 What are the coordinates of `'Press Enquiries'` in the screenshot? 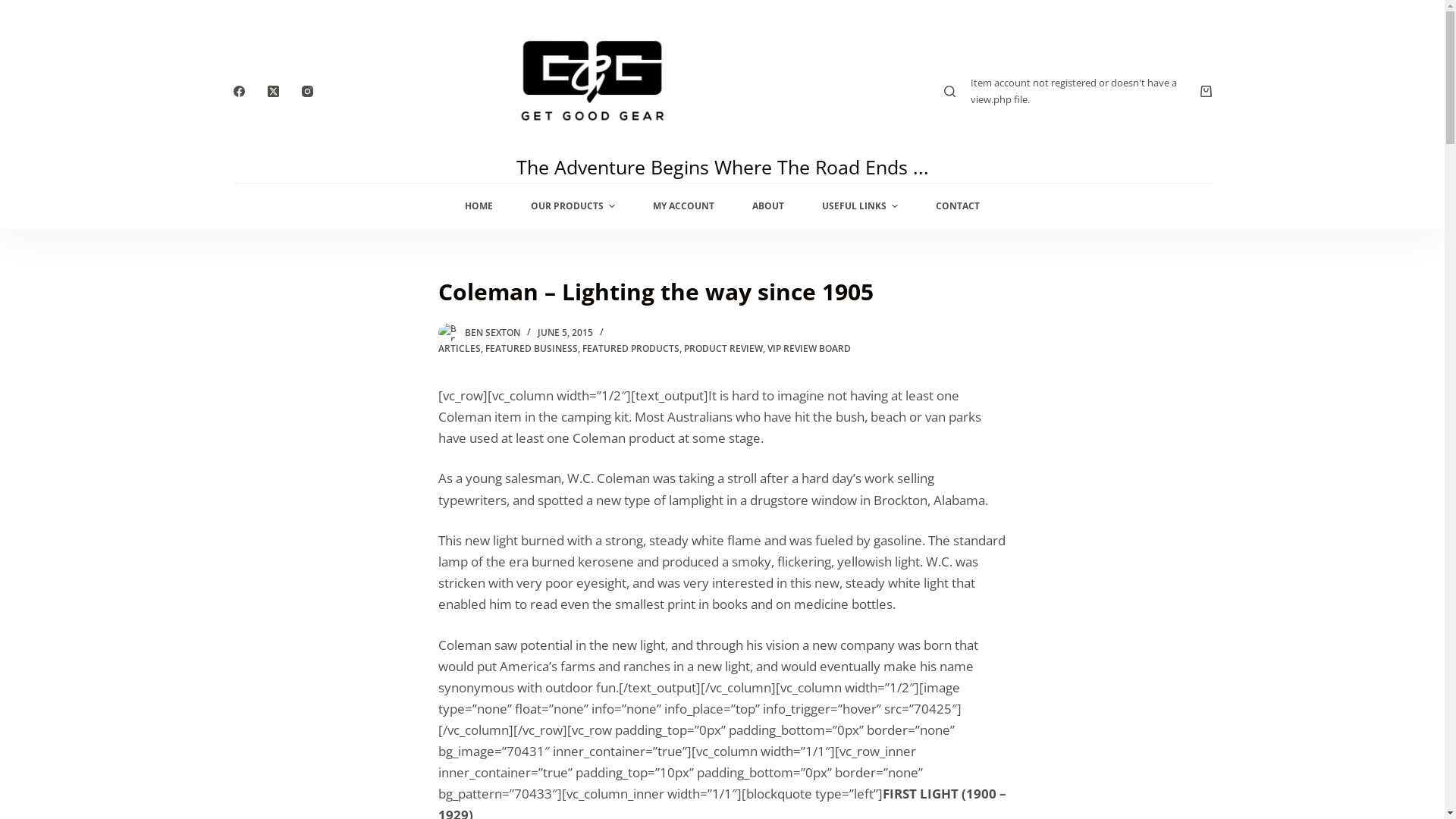 It's located at (532, 579).